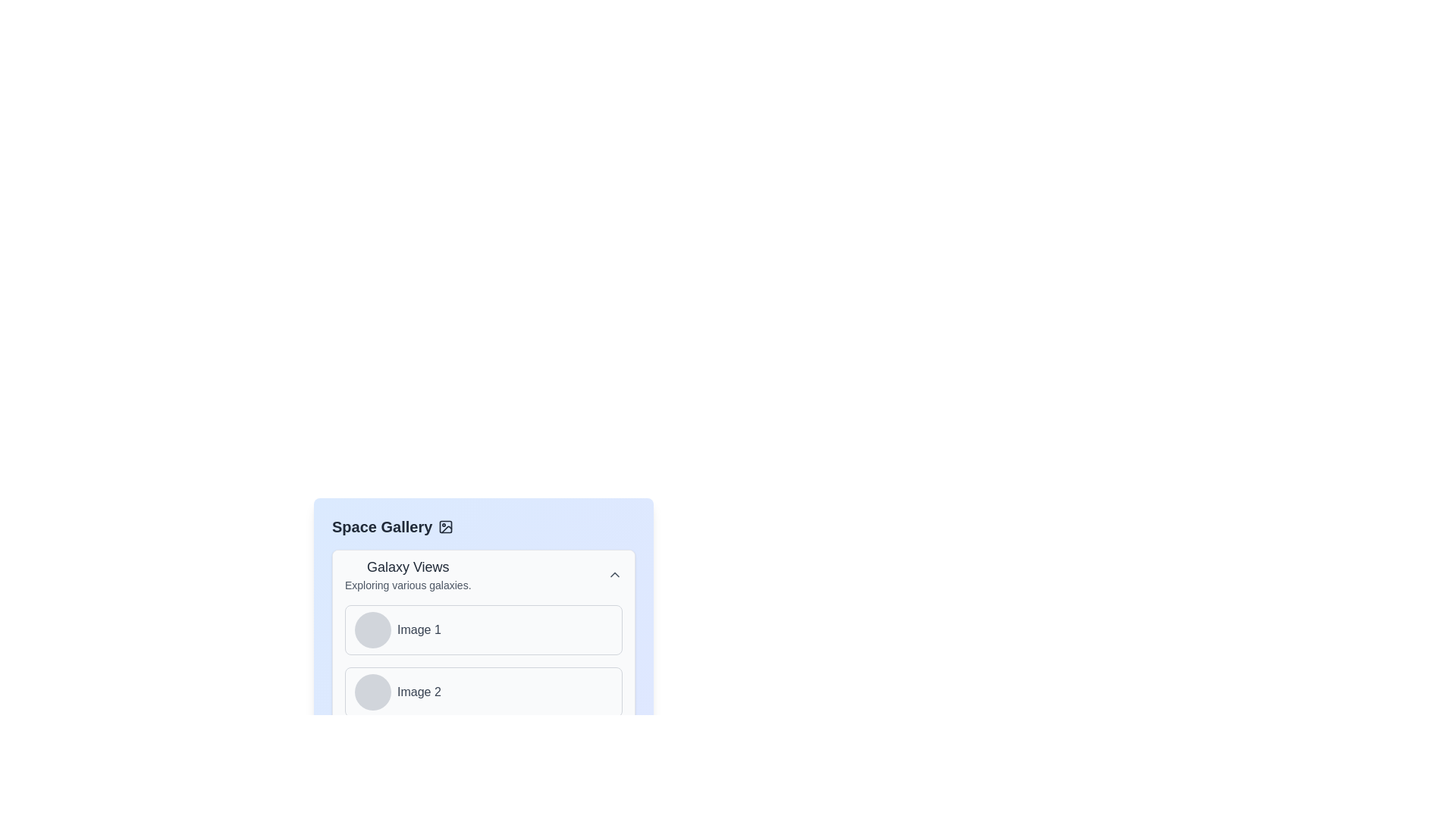 This screenshot has width=1456, height=819. I want to click on the text label displaying 'Galaxy Views' which is located in the 'Space Gallery' section, positioned at the upper-left corner of the content area, so click(408, 567).